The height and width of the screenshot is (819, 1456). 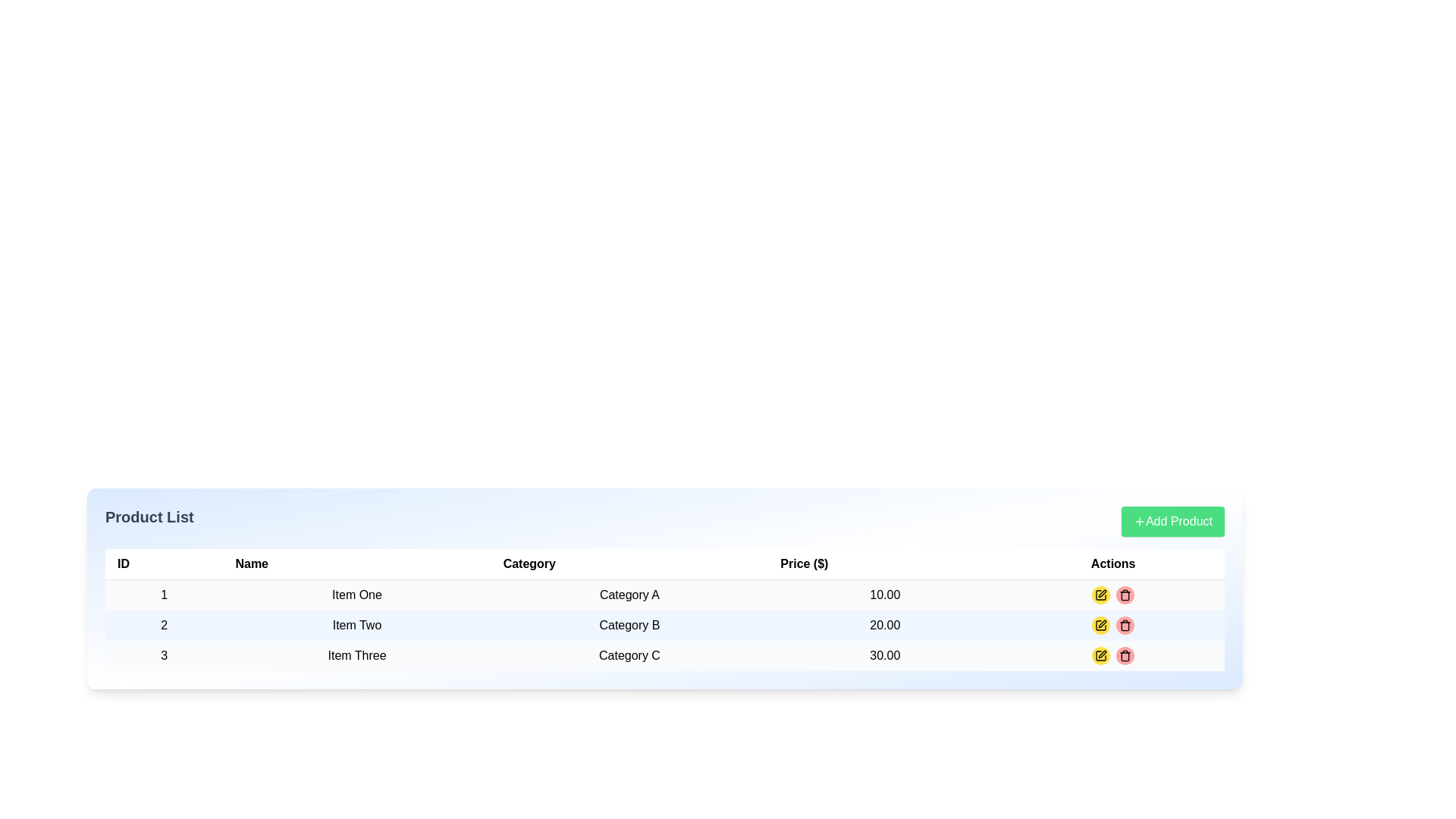 What do you see at coordinates (1125, 654) in the screenshot?
I see `the delete button with a red circular background and trash can icon, located as the third icon in the 'Actions' column of the last row of the table` at bounding box center [1125, 654].